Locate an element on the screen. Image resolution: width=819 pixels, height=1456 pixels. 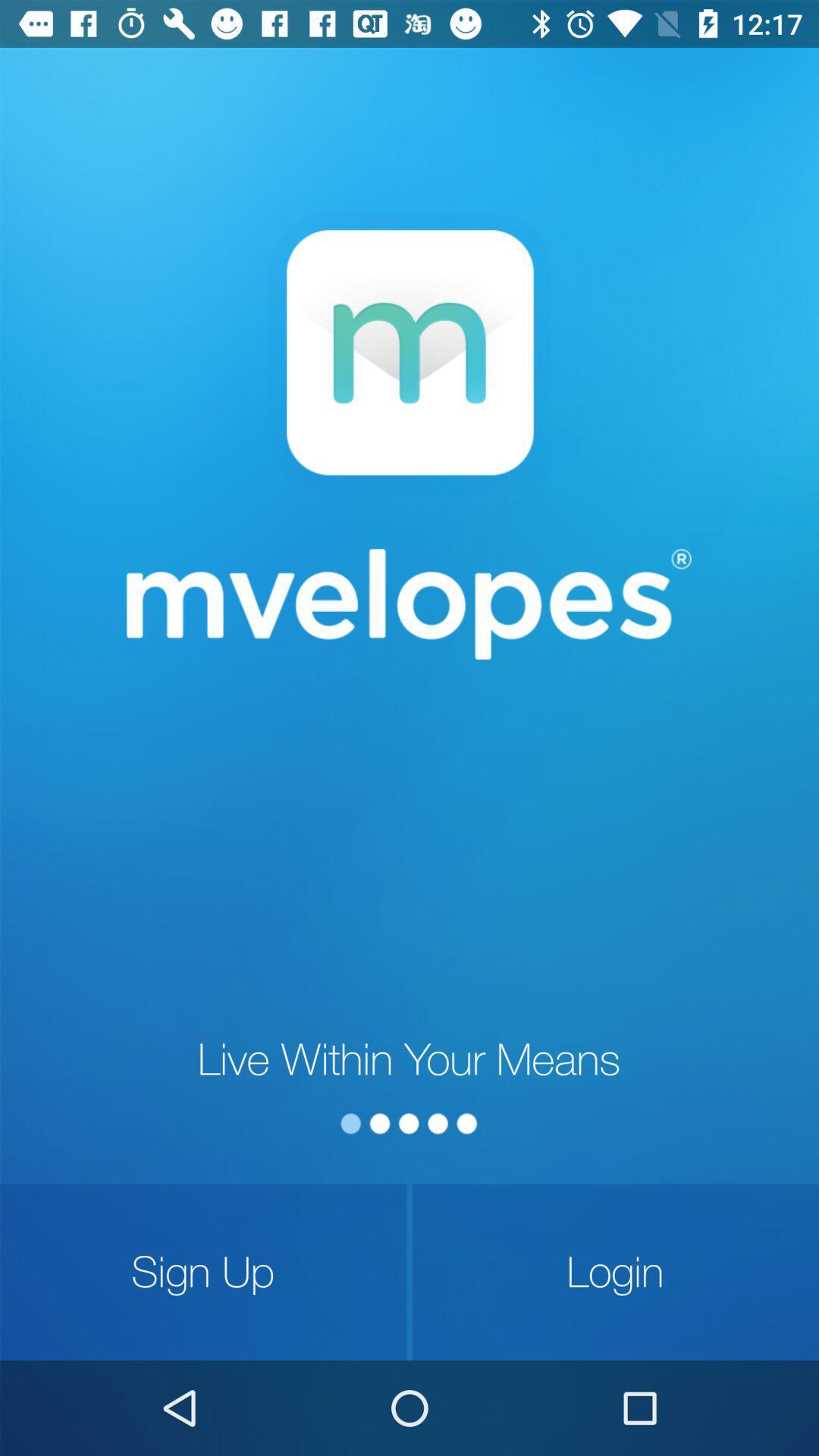
the login is located at coordinates (615, 1272).